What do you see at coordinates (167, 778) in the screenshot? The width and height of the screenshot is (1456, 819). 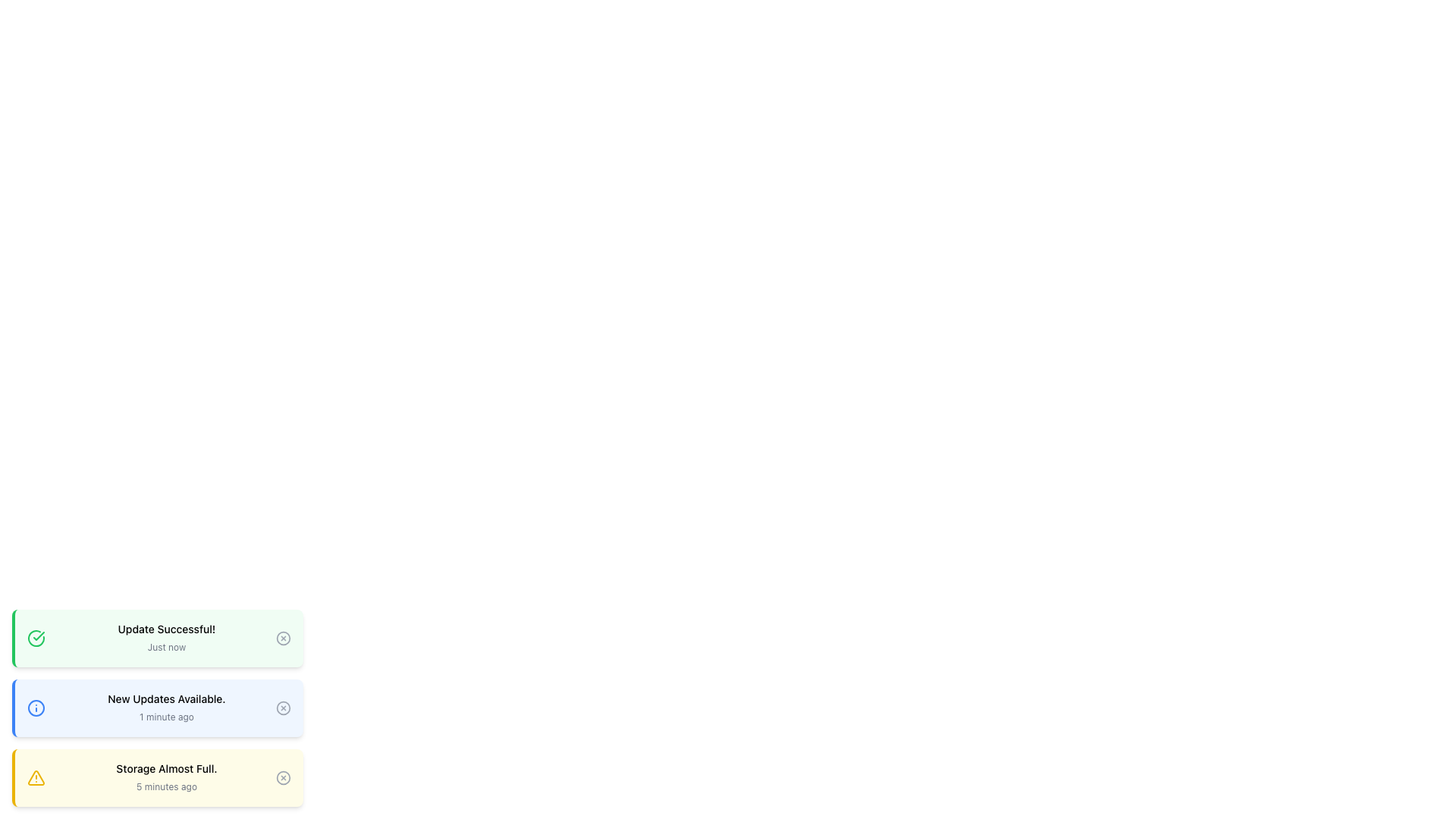 I see `notification text block indicating the system state about storage nearing capacity, which is the primary content located to the right of the warning icon and is the third item in the stacked list of notifications` at bounding box center [167, 778].